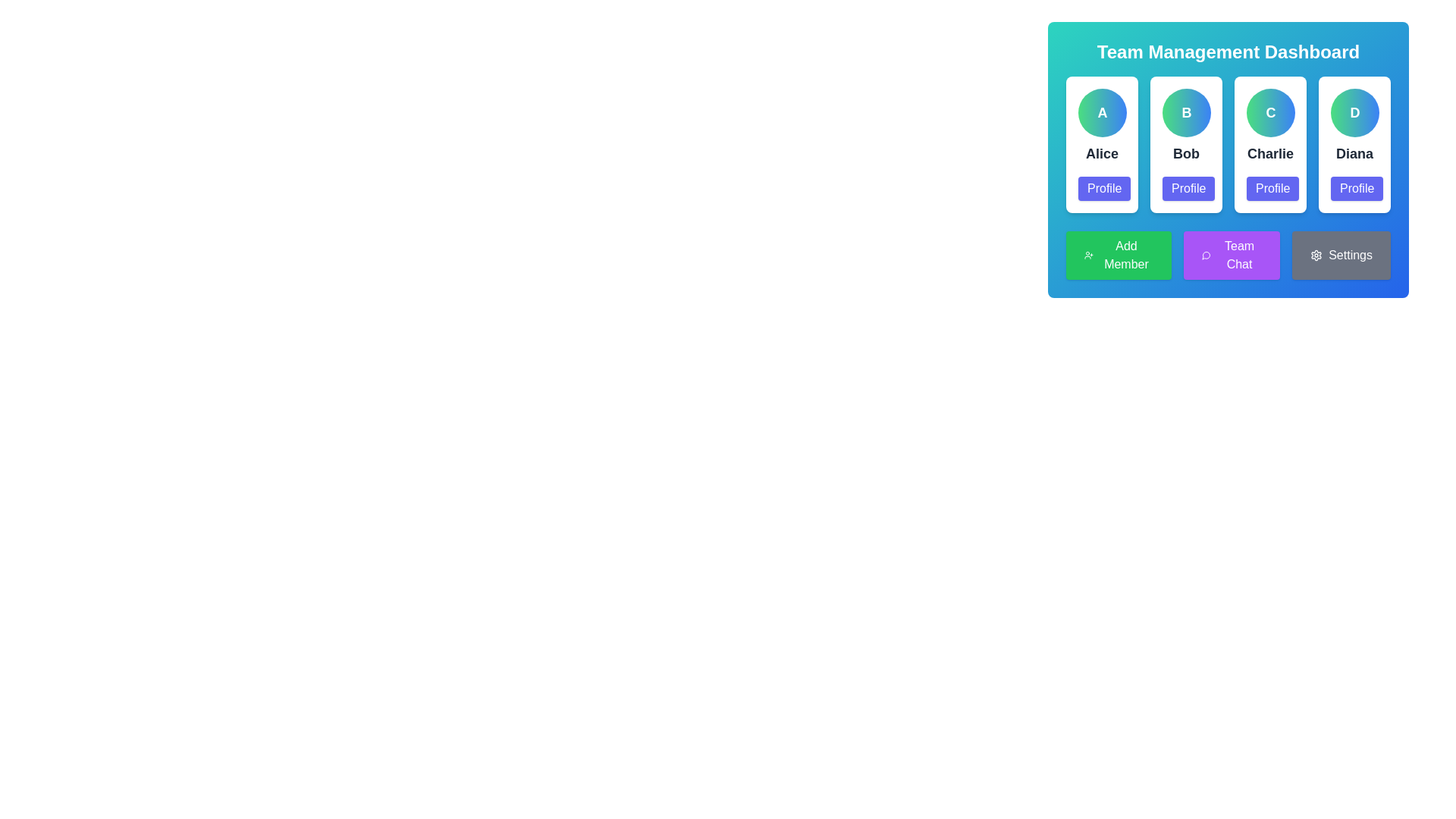  I want to click on the 'Profile' button with white text and a purple background, so click(1188, 188).